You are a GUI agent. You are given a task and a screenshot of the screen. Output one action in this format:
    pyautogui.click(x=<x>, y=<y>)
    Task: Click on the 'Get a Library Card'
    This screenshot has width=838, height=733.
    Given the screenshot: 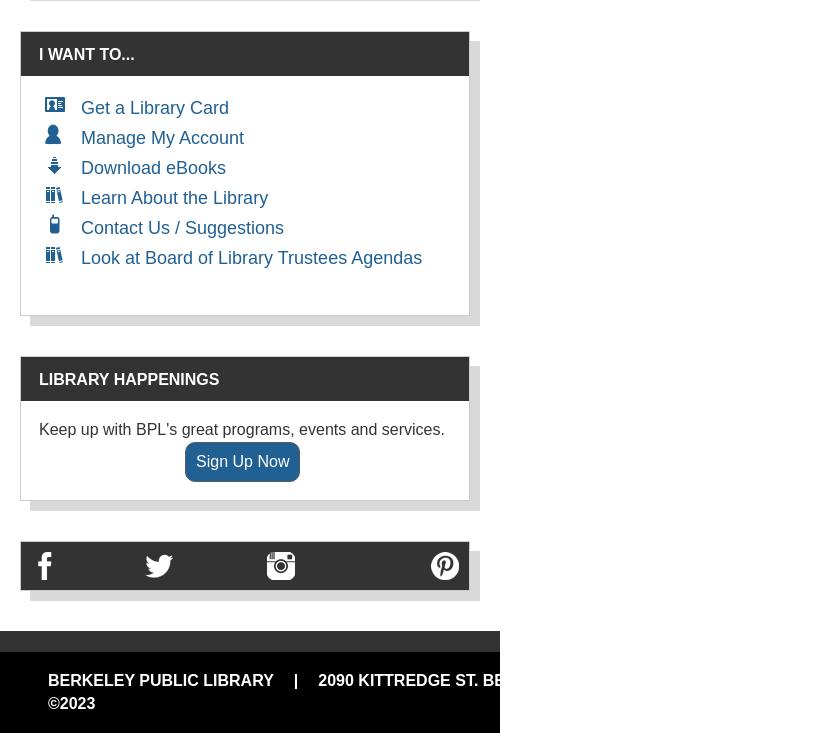 What is the action you would take?
    pyautogui.click(x=155, y=107)
    